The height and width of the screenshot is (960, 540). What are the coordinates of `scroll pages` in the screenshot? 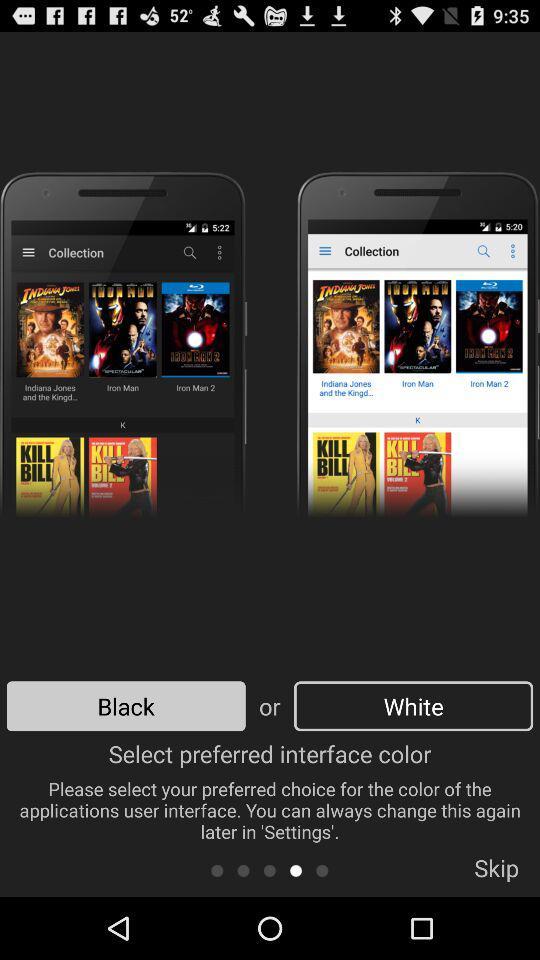 It's located at (269, 869).